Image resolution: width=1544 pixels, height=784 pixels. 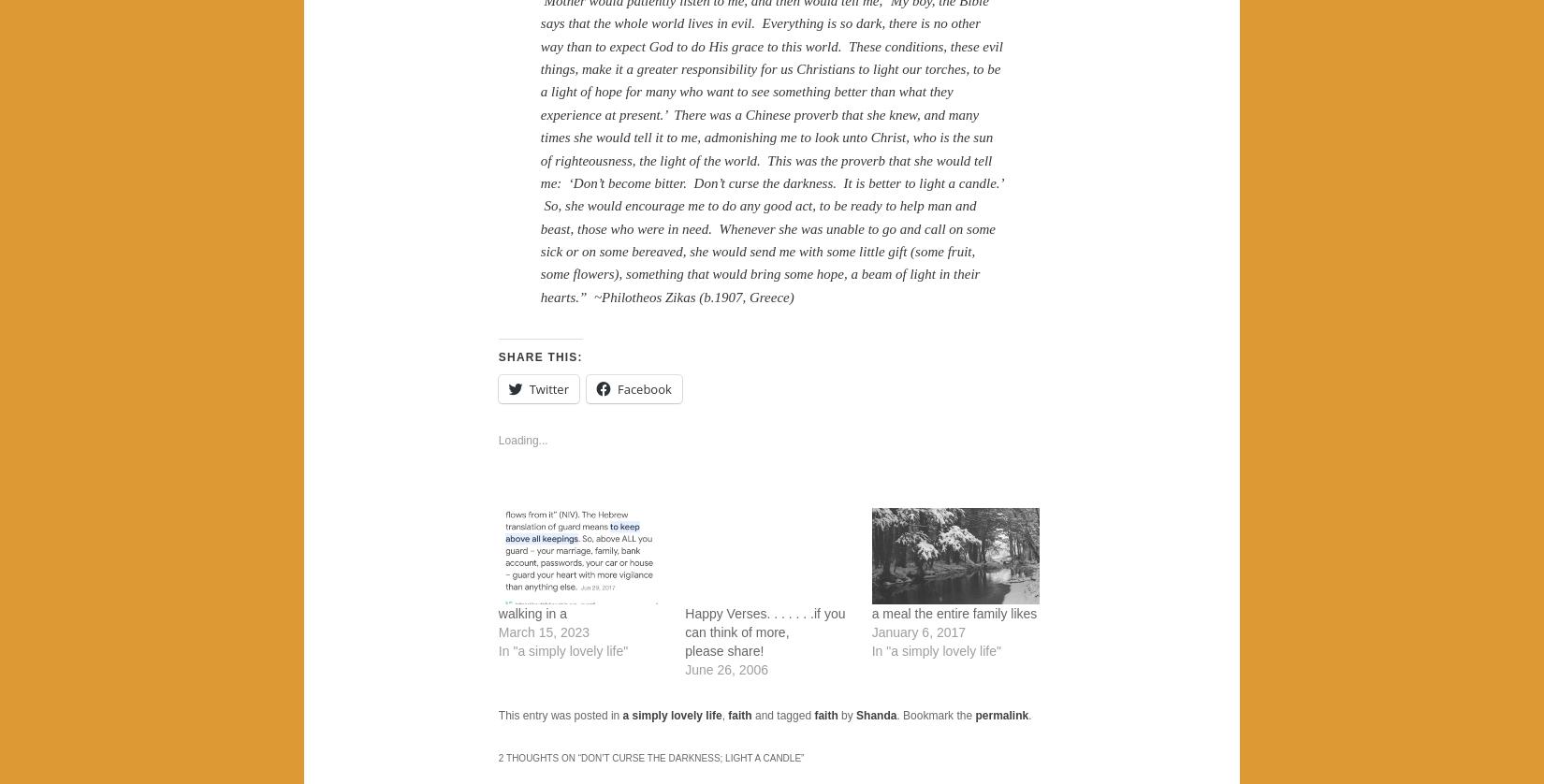 What do you see at coordinates (847, 714) in the screenshot?
I see `'by'` at bounding box center [847, 714].